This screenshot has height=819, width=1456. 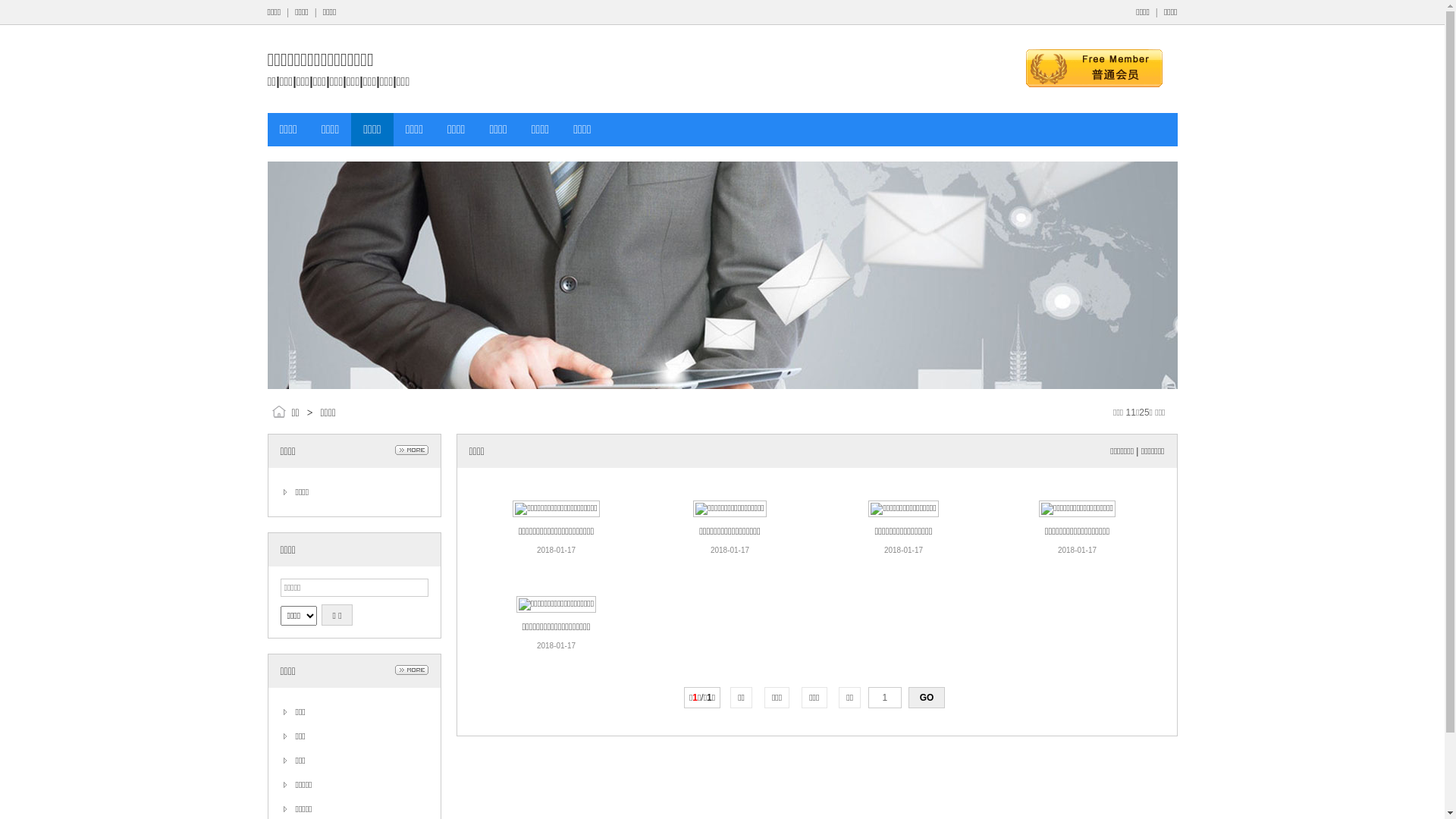 What do you see at coordinates (926, 698) in the screenshot?
I see `'GO'` at bounding box center [926, 698].